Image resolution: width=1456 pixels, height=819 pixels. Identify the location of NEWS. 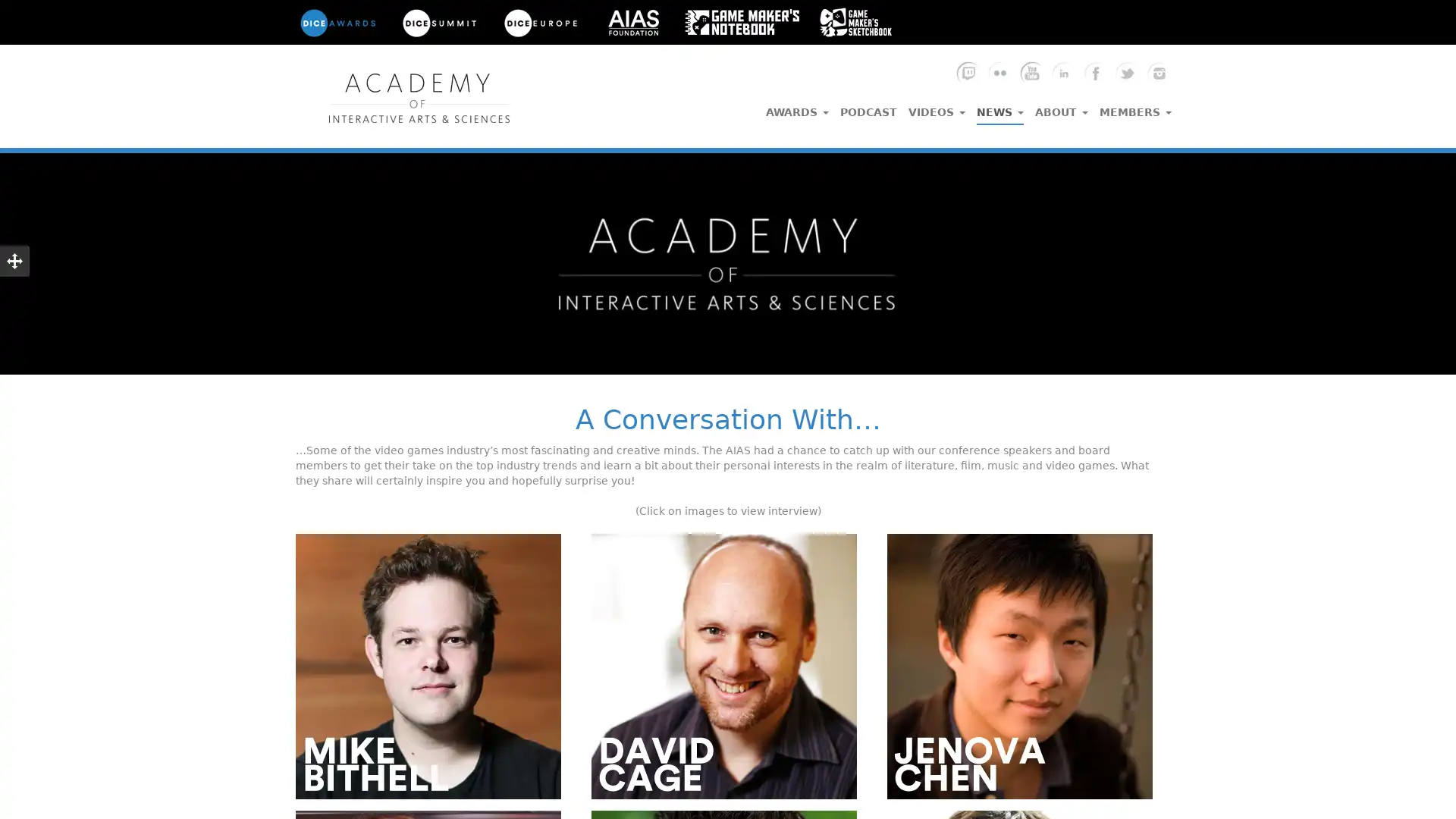
(1000, 108).